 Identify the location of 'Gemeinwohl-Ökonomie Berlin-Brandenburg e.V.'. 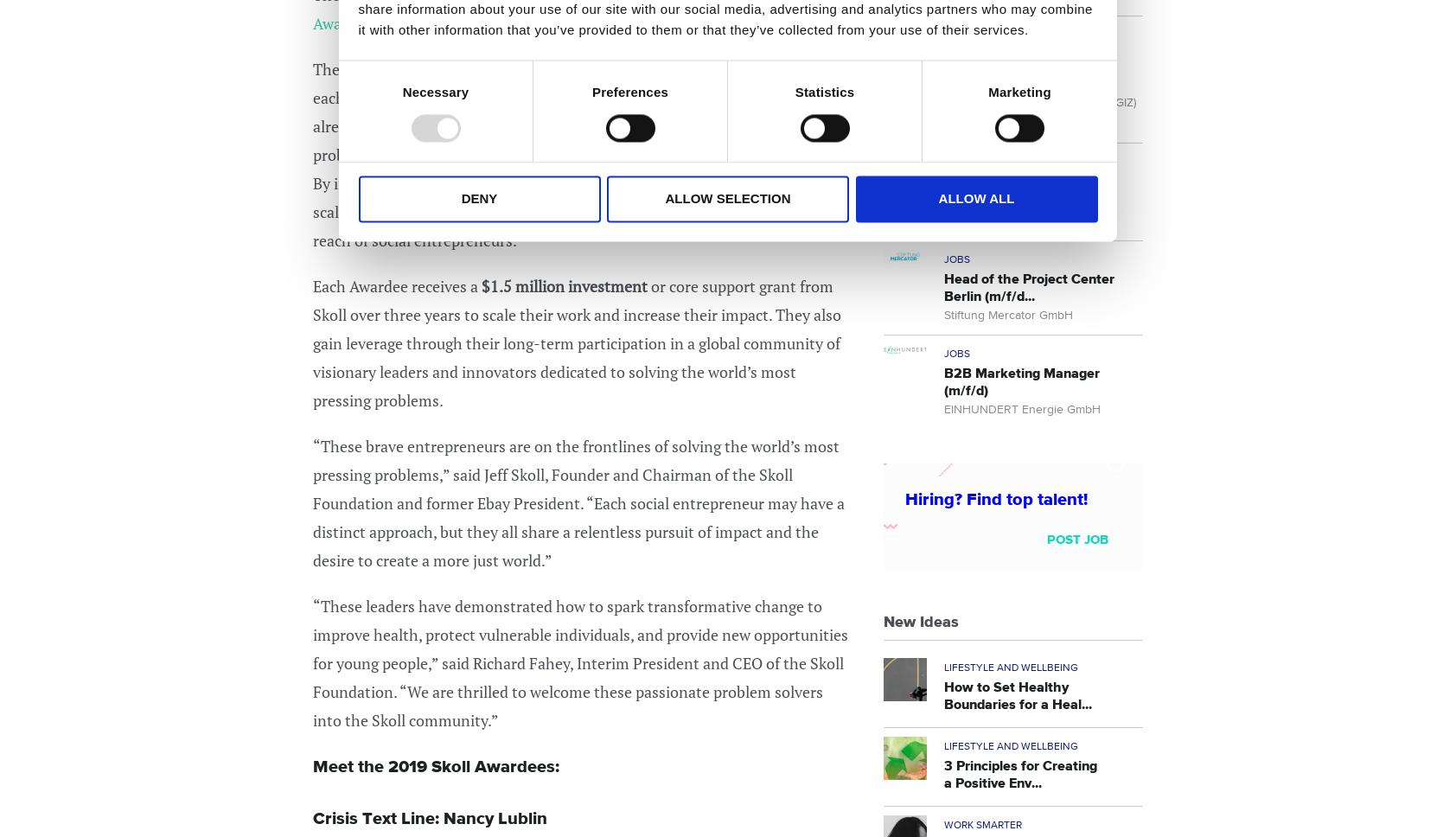
(944, 209).